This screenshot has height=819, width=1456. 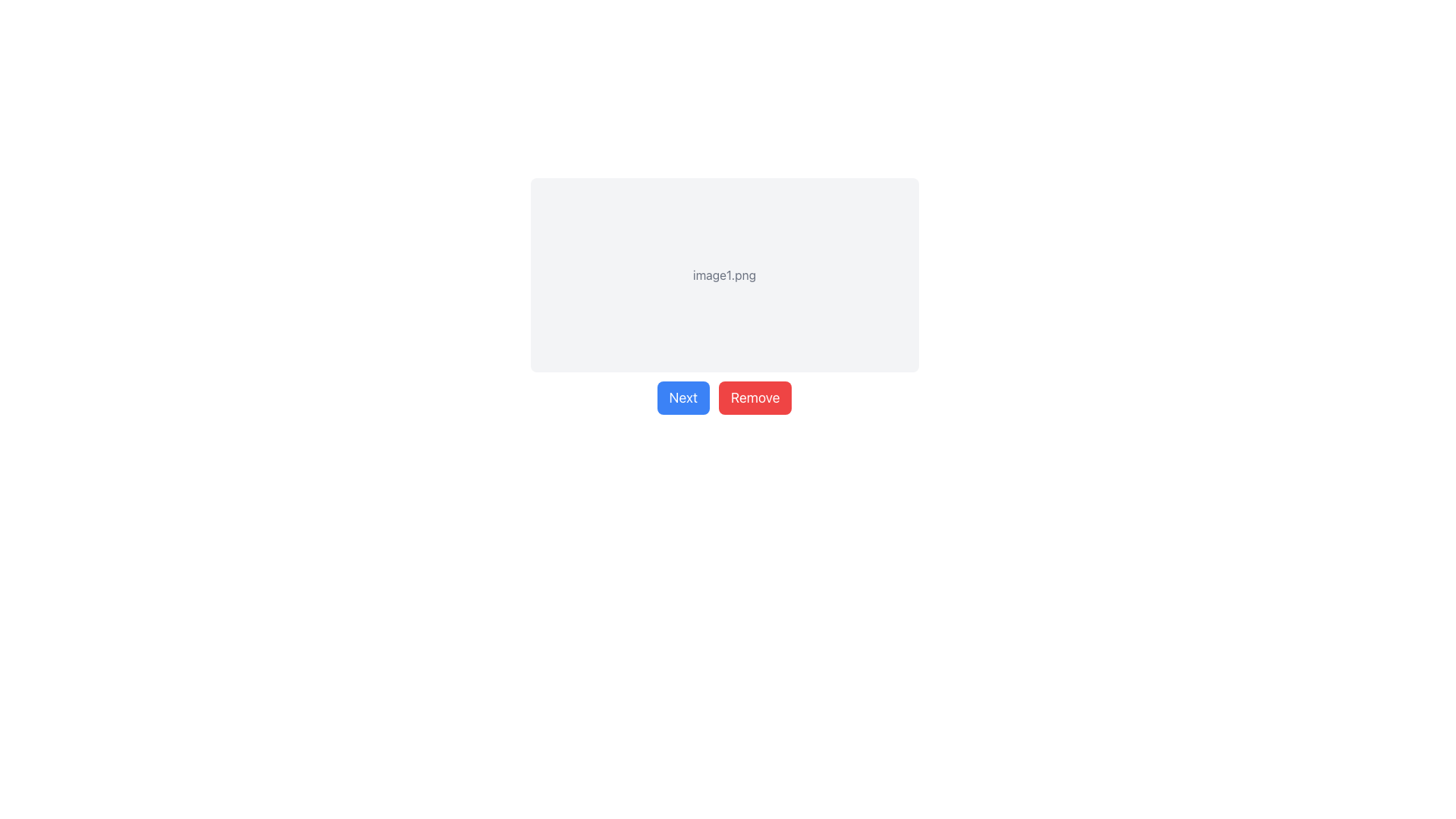 What do you see at coordinates (682, 397) in the screenshot?
I see `the navigation button located to the left of the 'Remove' button to proceed to the next step in the workflow` at bounding box center [682, 397].